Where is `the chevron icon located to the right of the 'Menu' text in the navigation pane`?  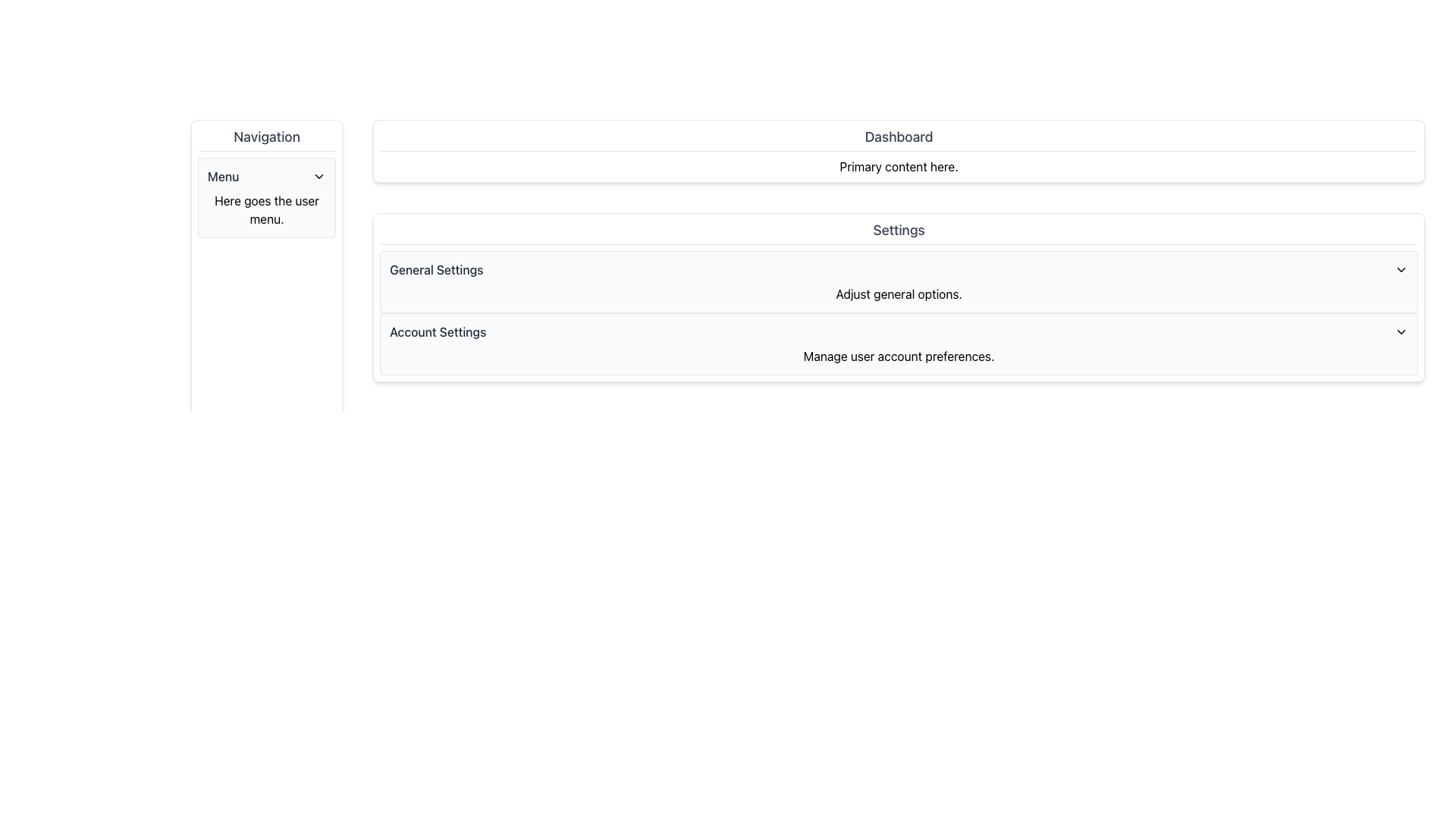 the chevron icon located to the right of the 'Menu' text in the navigation pane is located at coordinates (318, 175).